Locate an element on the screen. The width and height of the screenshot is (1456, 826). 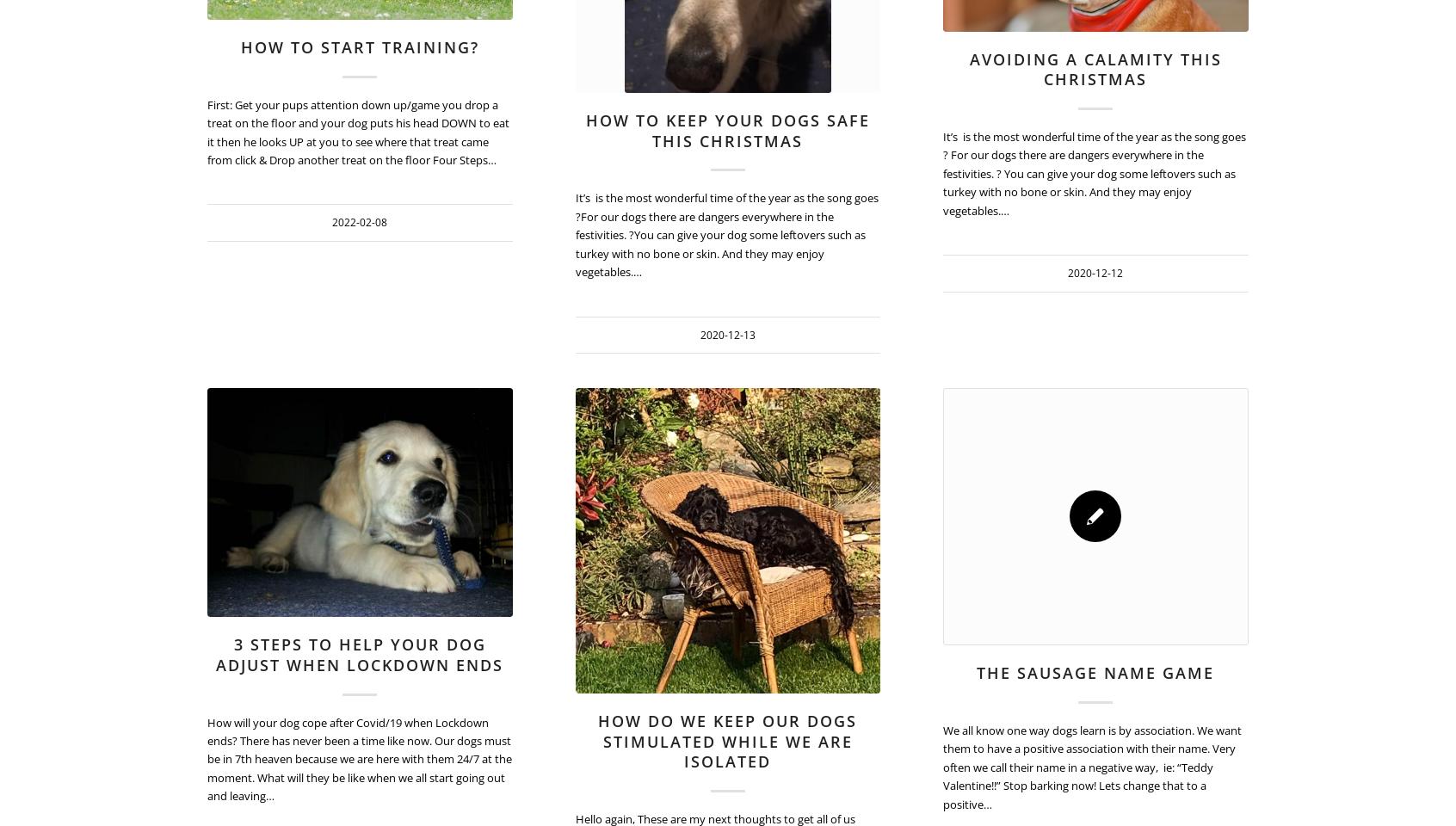
'How to keep your dogs safe this Christmas' is located at coordinates (726, 129).